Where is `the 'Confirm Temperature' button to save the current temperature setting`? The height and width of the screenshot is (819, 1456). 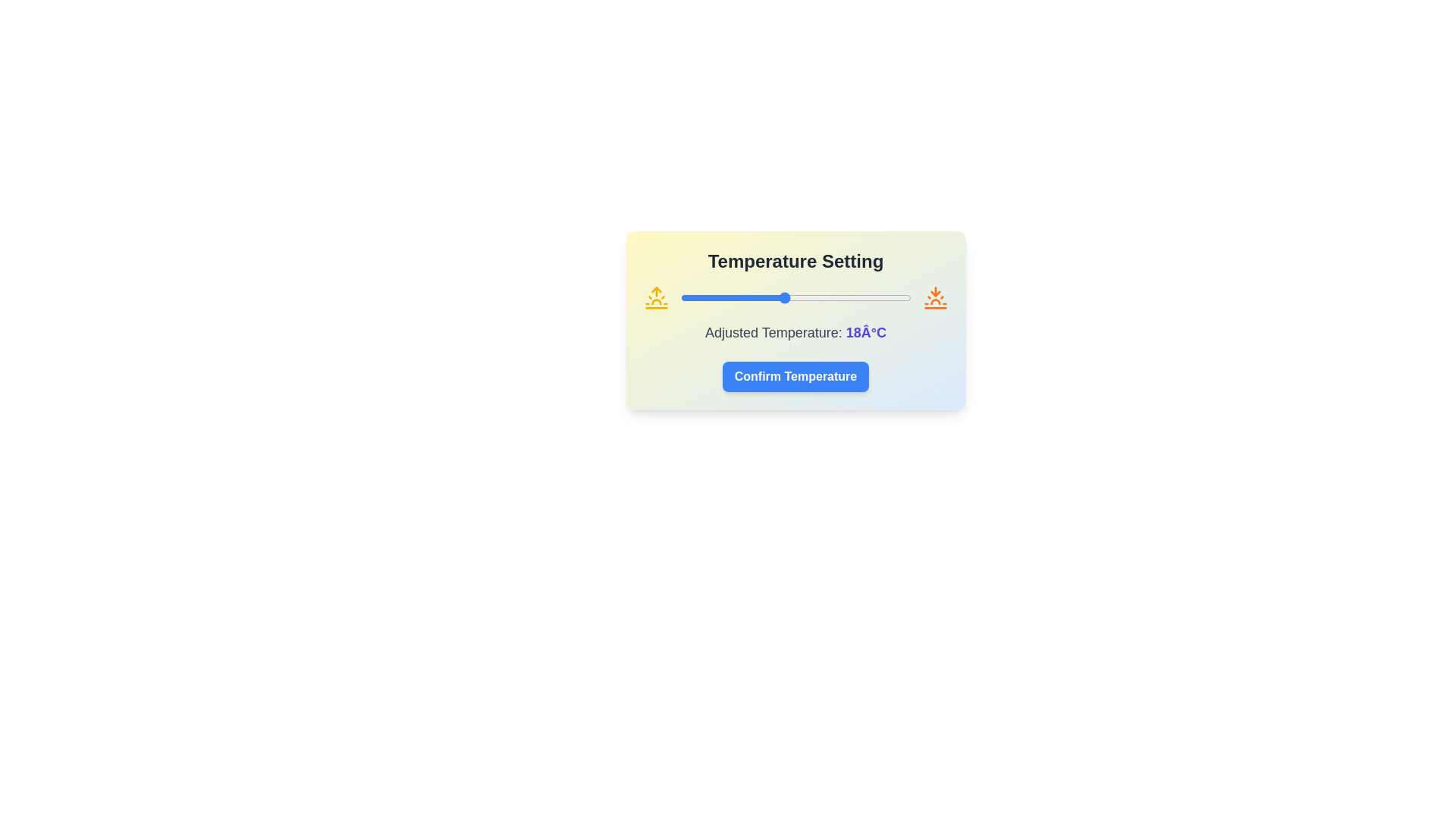 the 'Confirm Temperature' button to save the current temperature setting is located at coordinates (795, 376).